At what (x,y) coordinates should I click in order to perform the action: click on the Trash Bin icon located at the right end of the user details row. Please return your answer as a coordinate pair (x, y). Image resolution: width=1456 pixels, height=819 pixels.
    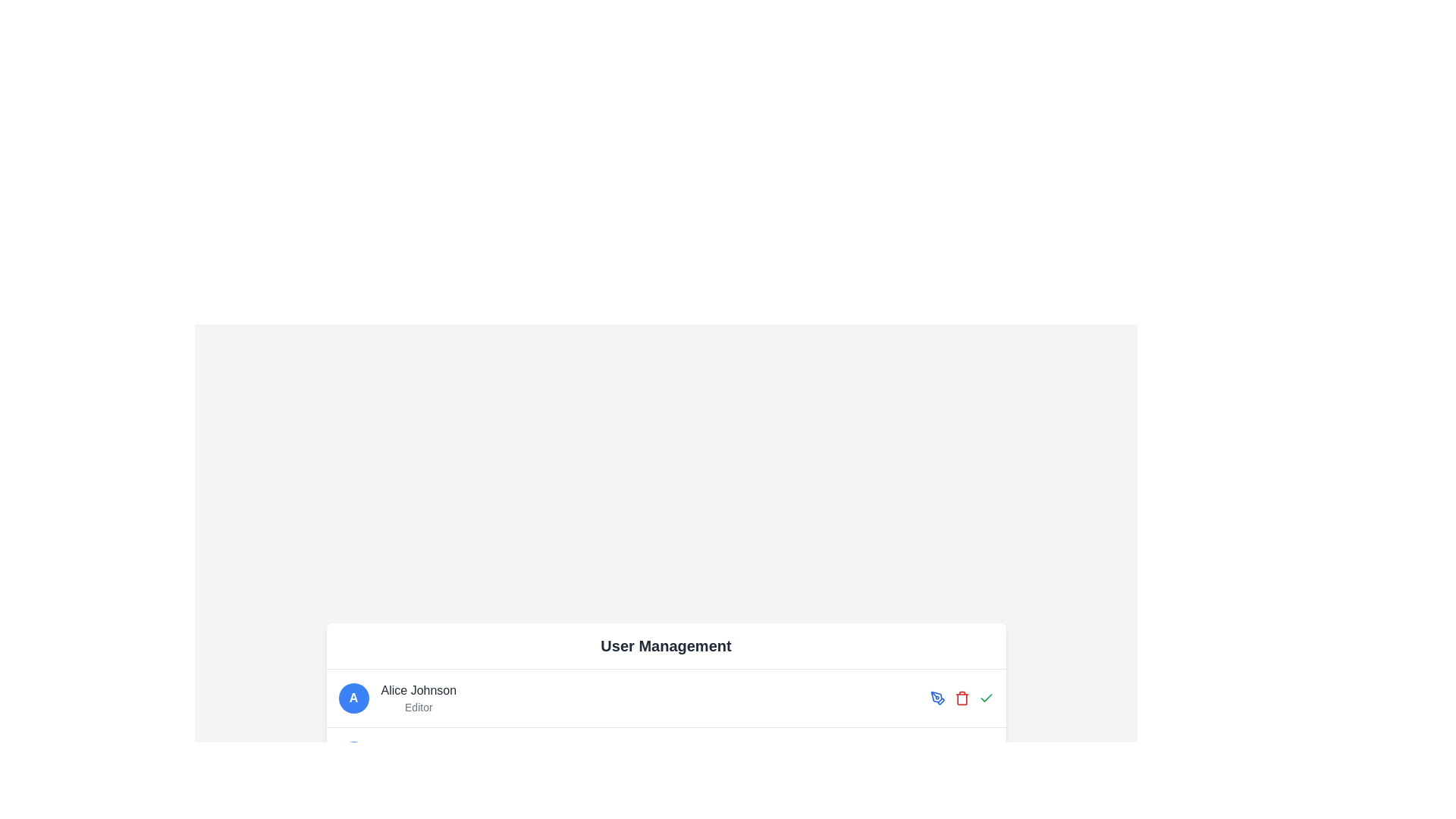
    Looking at the image, I should click on (961, 699).